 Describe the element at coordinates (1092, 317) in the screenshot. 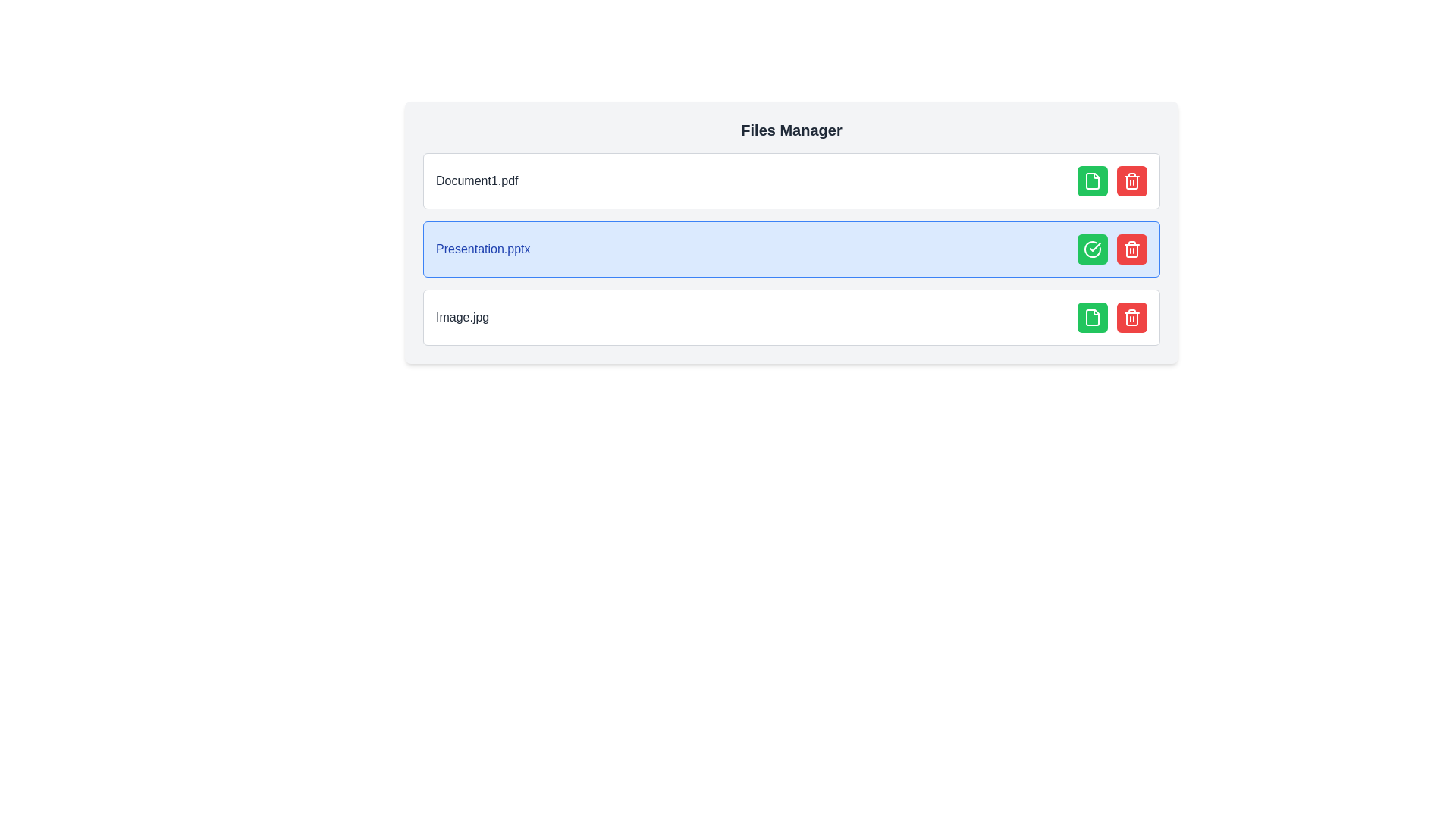

I see `the first button in the right cluster associated with the file 'Presentation.pptx'` at that location.